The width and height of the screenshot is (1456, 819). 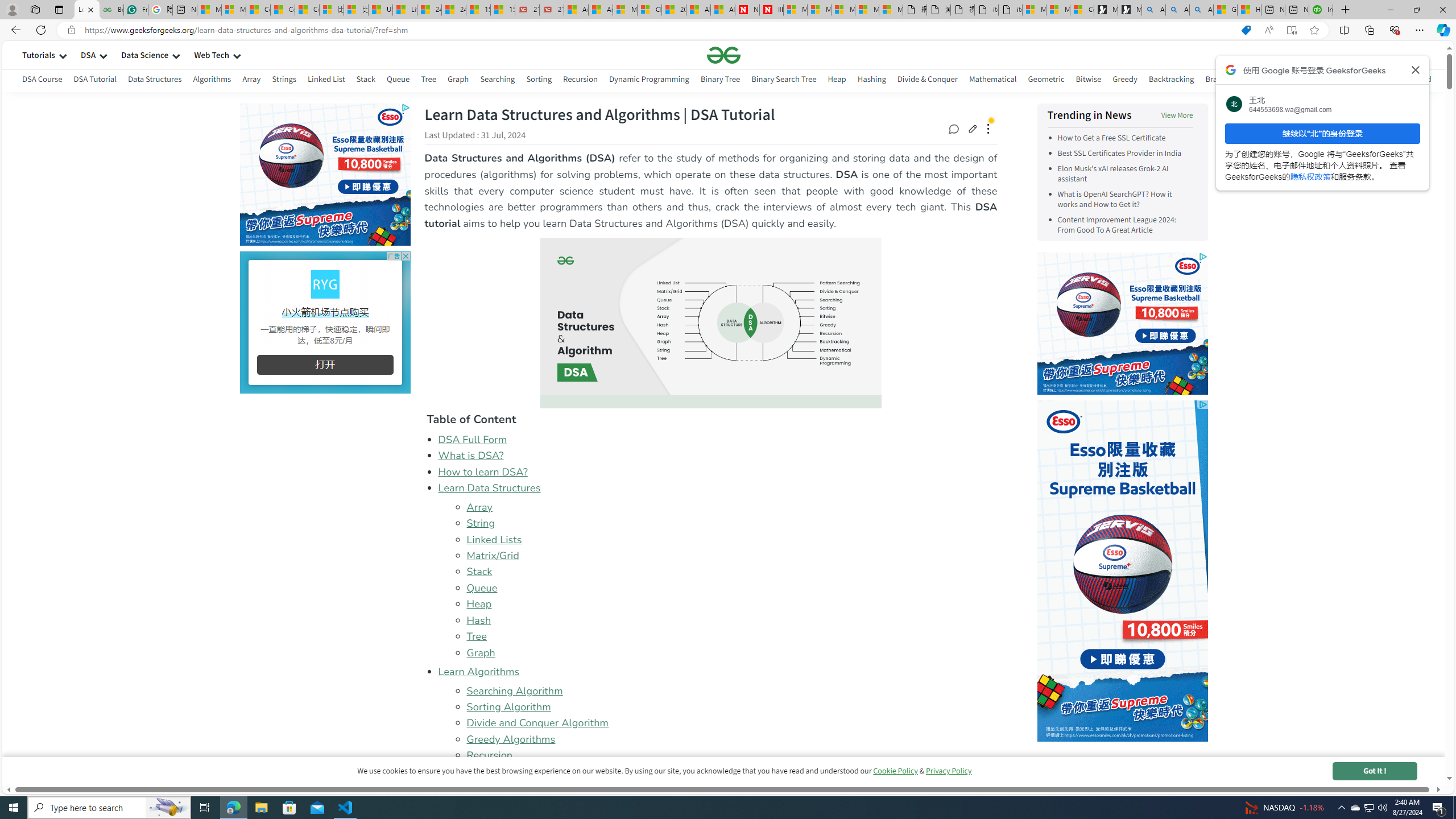 What do you see at coordinates (538, 80) in the screenshot?
I see `'Sorting'` at bounding box center [538, 80].